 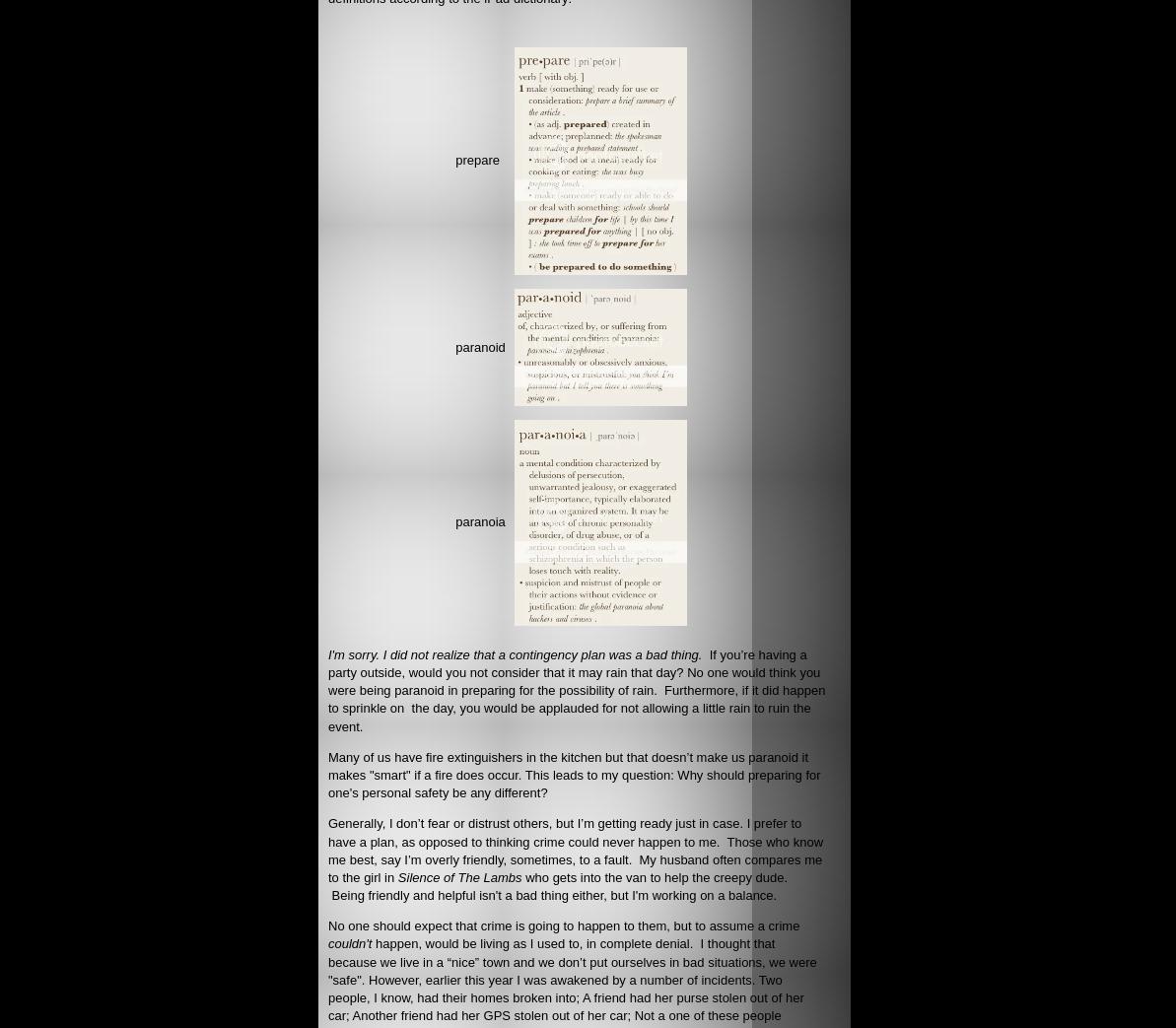 I want to click on 'Many of us have fire extinguishers in the kitchen but that doesn’t make us paranoid it makes "smart" if a fire does occur. This leads to my question: Why should preparing for one's personal safety be any different?', so click(x=574, y=774).